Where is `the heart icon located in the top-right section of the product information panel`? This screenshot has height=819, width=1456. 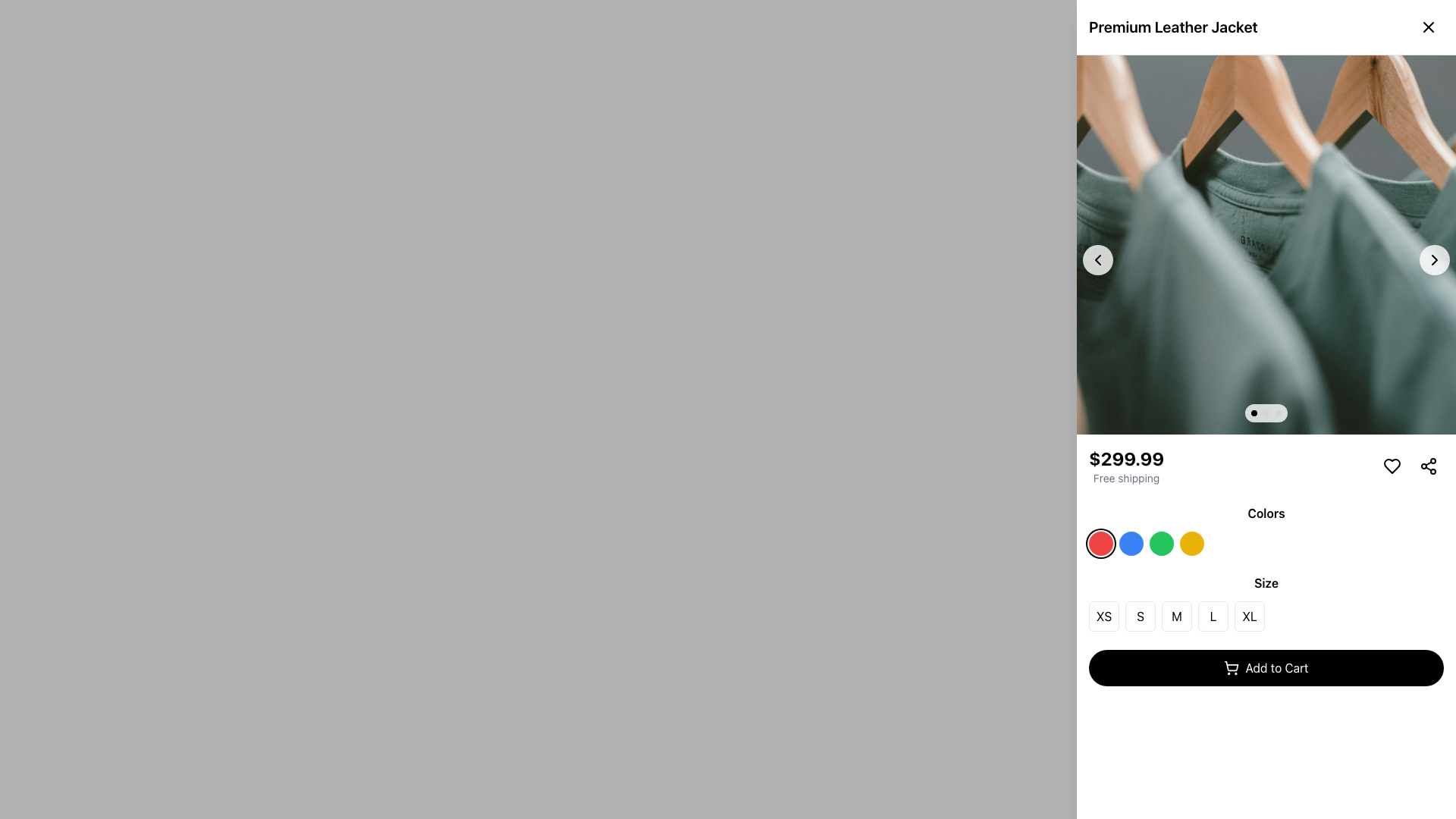 the heart icon located in the top-right section of the product information panel is located at coordinates (1392, 465).